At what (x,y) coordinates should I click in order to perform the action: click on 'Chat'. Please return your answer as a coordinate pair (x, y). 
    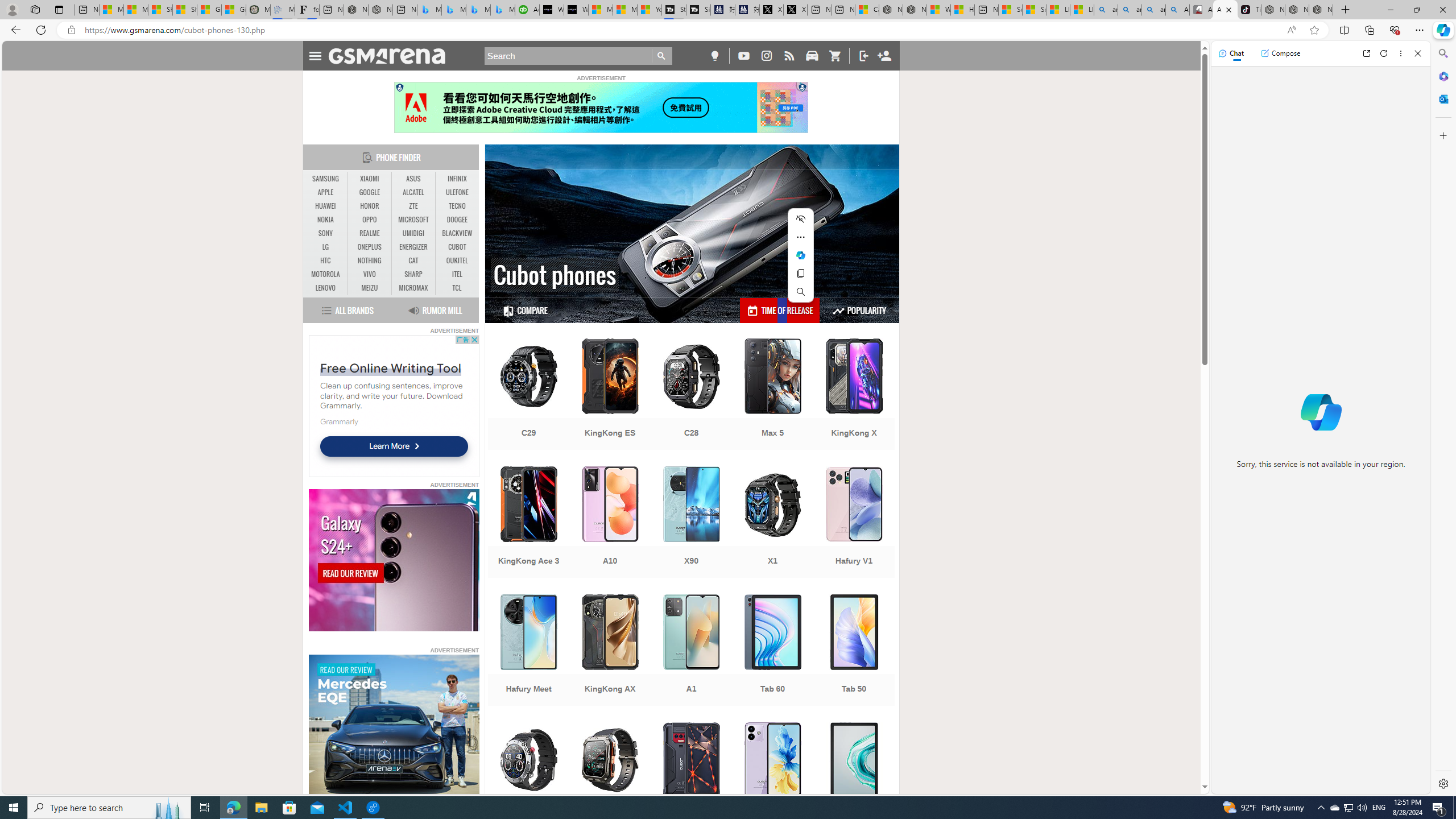
    Looking at the image, I should click on (1231, 52).